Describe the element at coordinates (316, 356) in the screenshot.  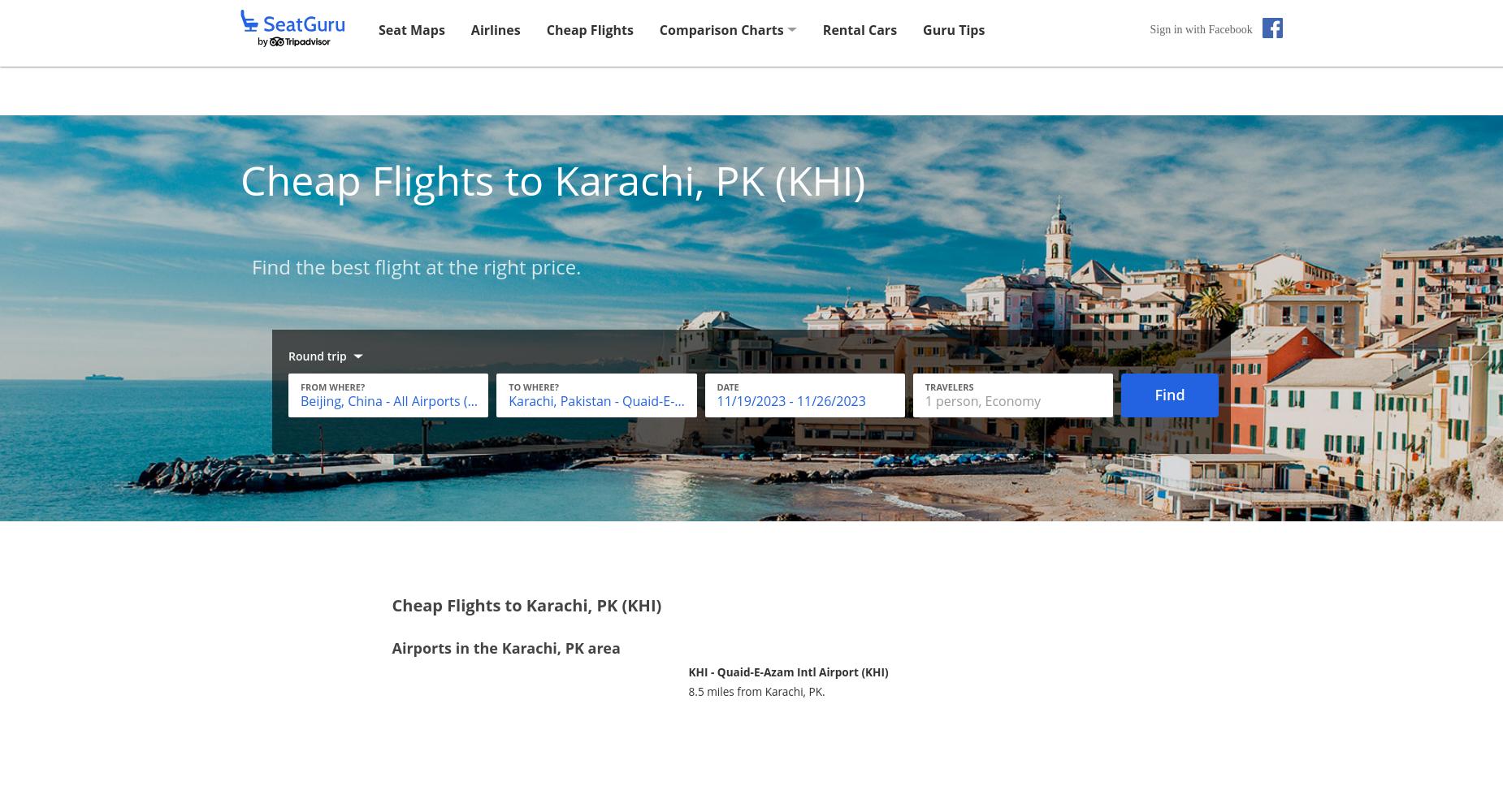
I see `'Round trip'` at that location.